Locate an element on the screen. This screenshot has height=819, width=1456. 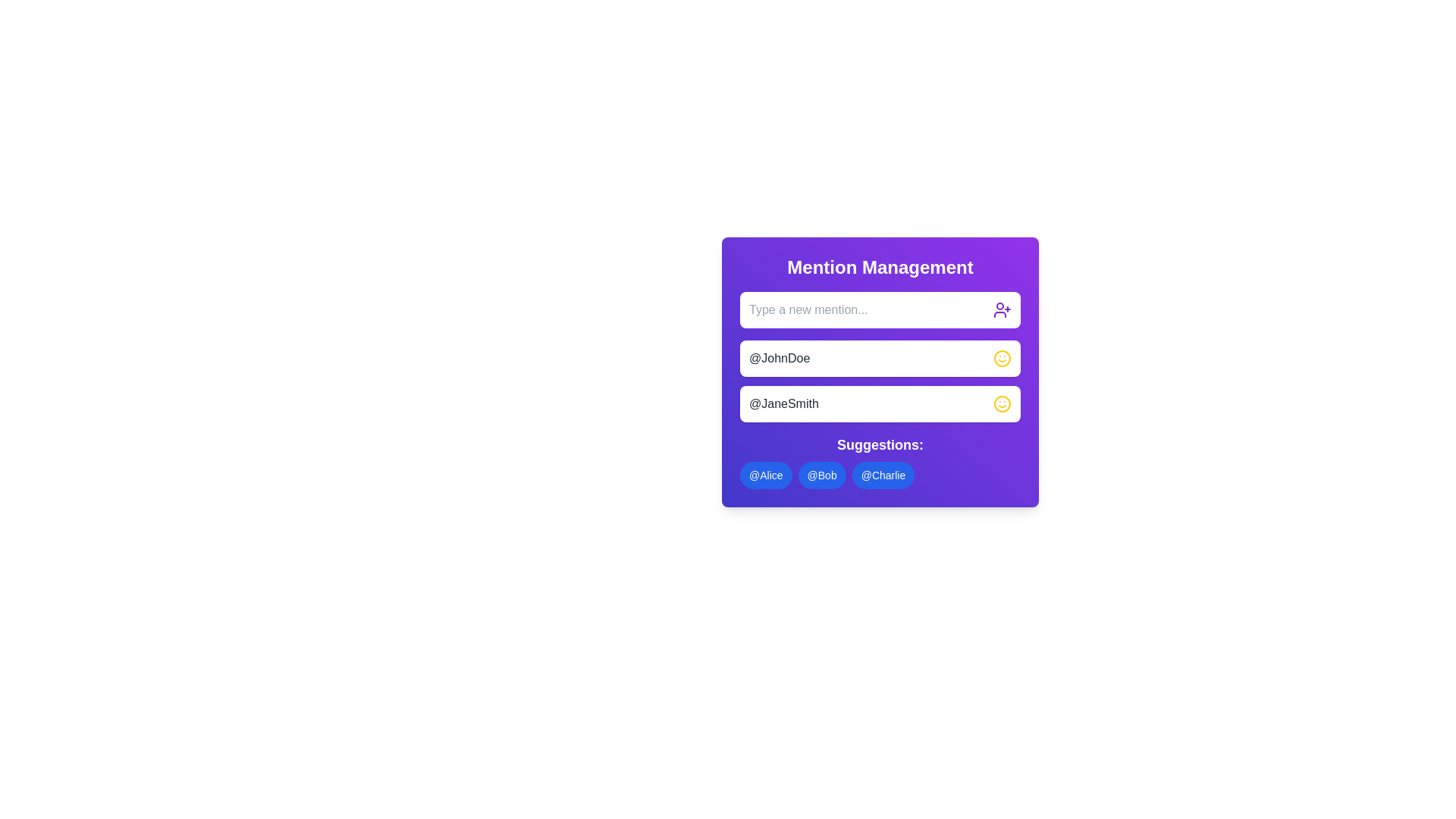
the icon representing user '@JaneSmith' located on the rightmost side of the box is located at coordinates (1002, 403).